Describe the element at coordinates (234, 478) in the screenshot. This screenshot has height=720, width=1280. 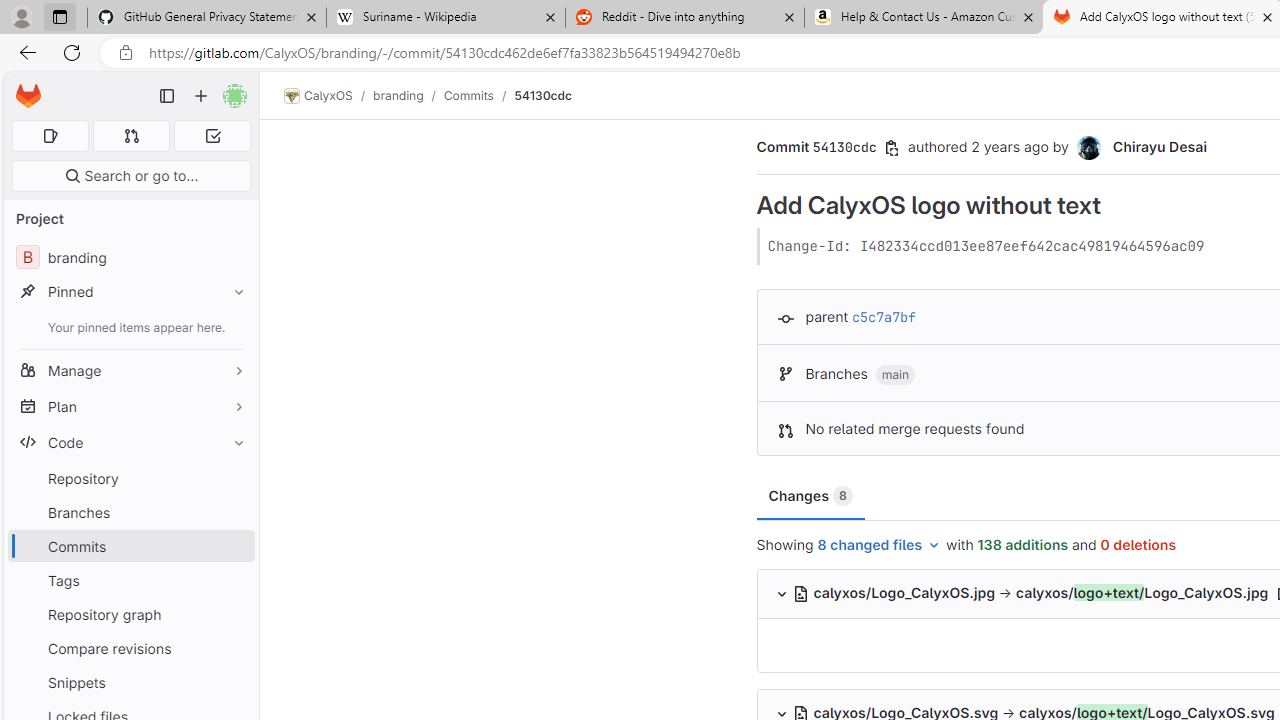
I see `'Pin Repository'` at that location.